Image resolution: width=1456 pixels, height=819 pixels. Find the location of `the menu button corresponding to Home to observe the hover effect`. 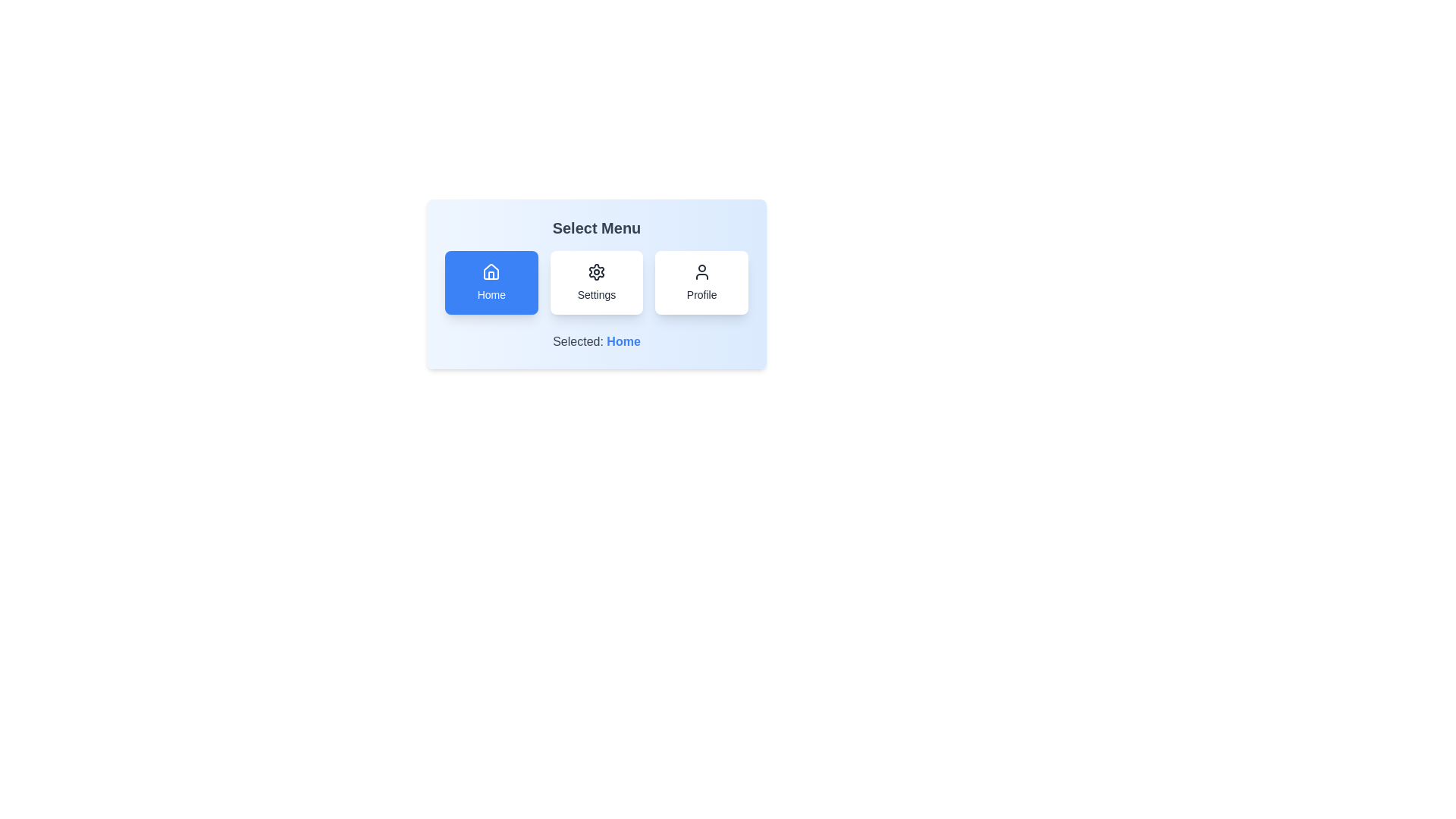

the menu button corresponding to Home to observe the hover effect is located at coordinates (491, 283).